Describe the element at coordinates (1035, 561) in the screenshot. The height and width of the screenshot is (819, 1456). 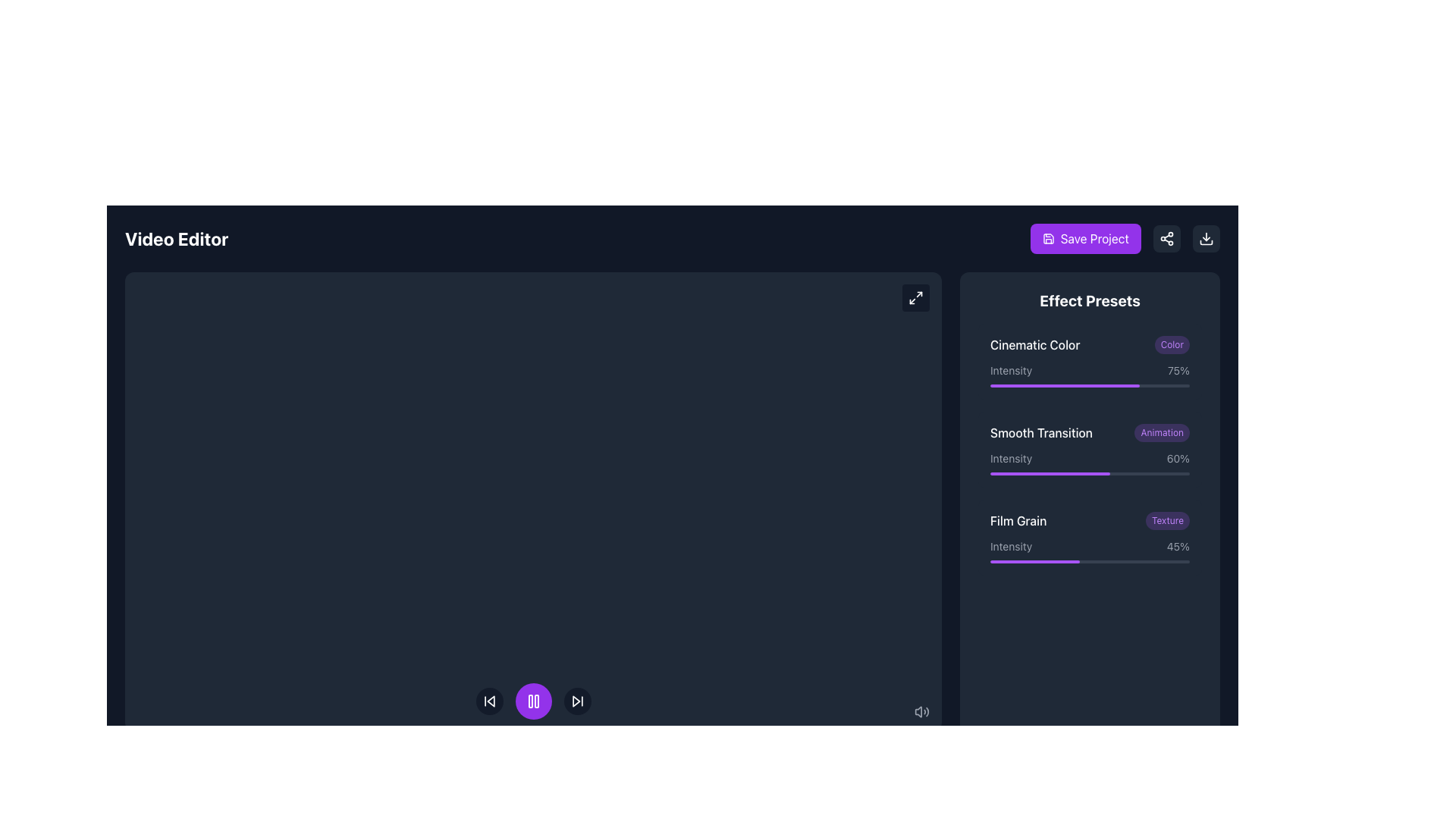
I see `the intensity slider` at that location.